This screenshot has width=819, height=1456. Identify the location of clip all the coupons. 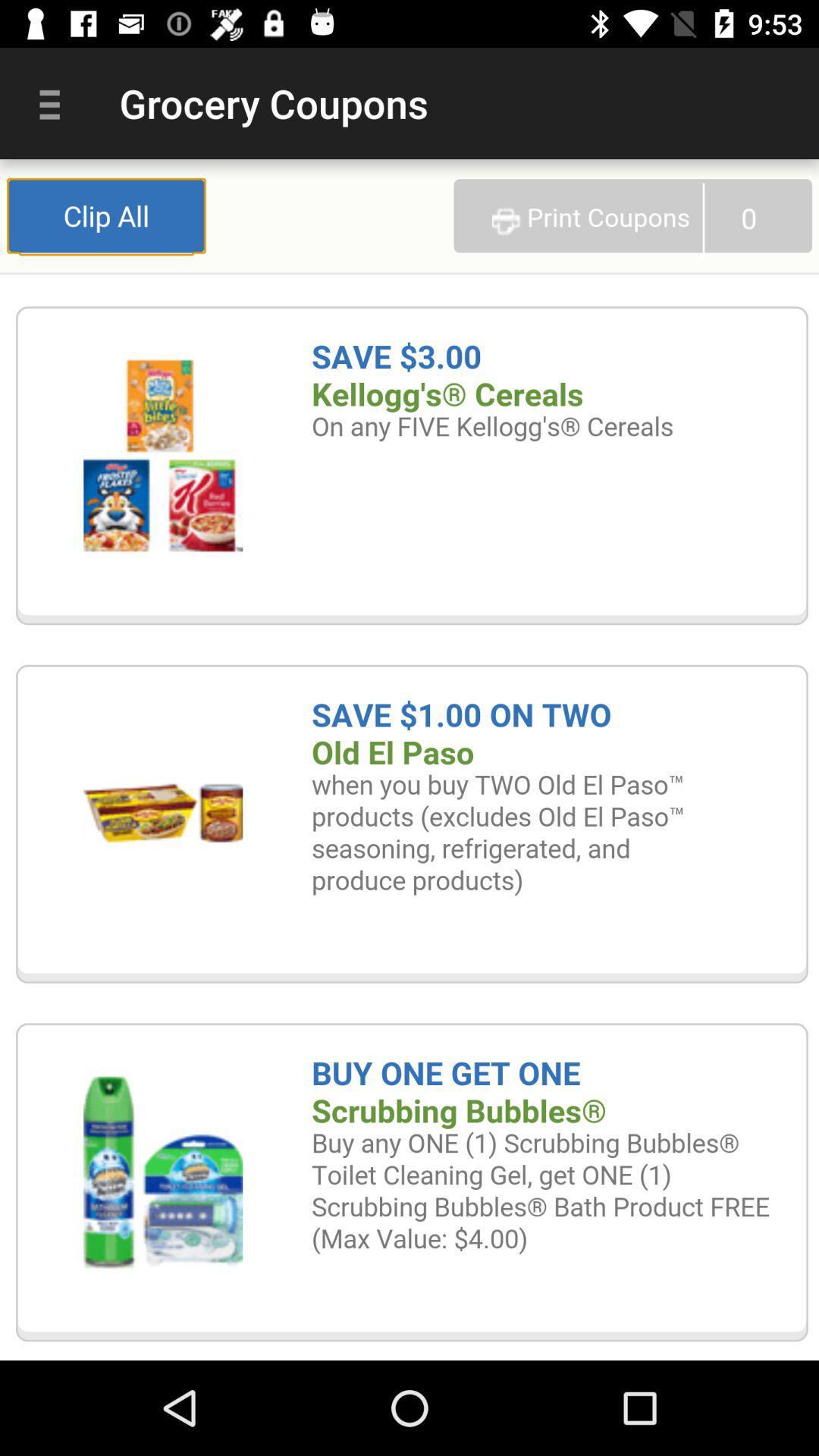
(409, 760).